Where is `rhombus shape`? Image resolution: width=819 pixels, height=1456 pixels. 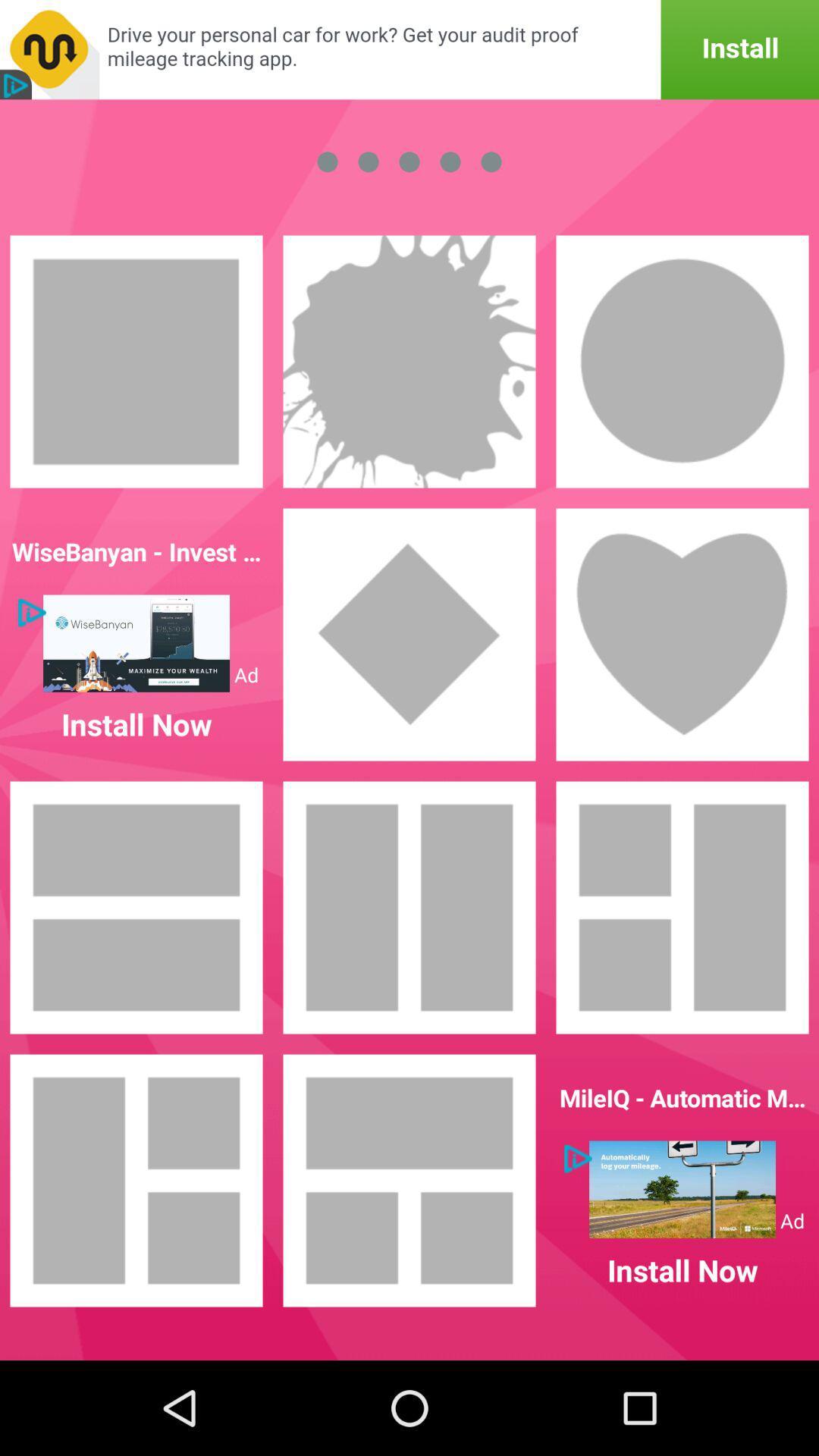
rhombus shape is located at coordinates (409, 634).